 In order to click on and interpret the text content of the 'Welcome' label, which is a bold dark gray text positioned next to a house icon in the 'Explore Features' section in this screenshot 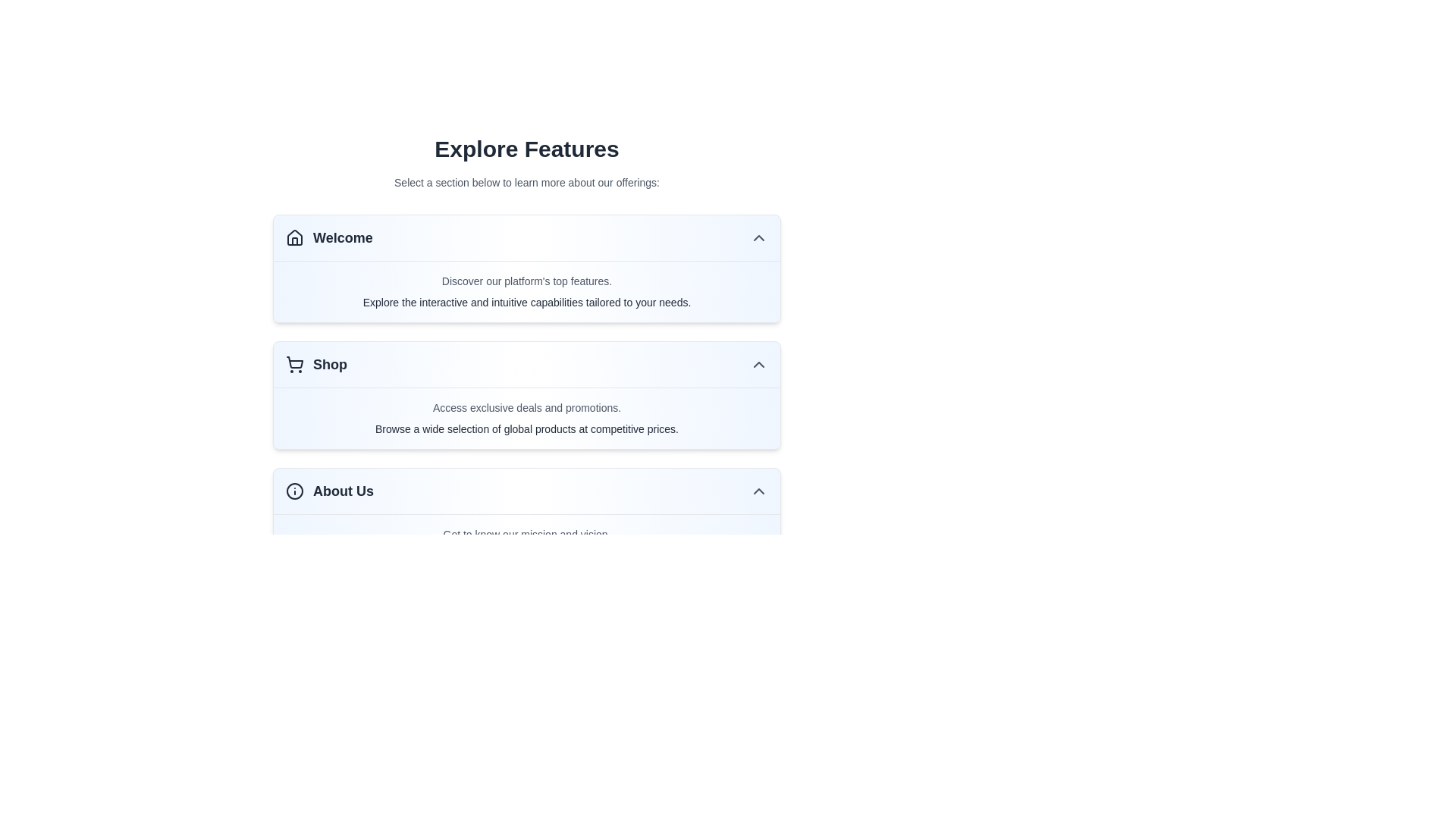, I will do `click(328, 237)`.